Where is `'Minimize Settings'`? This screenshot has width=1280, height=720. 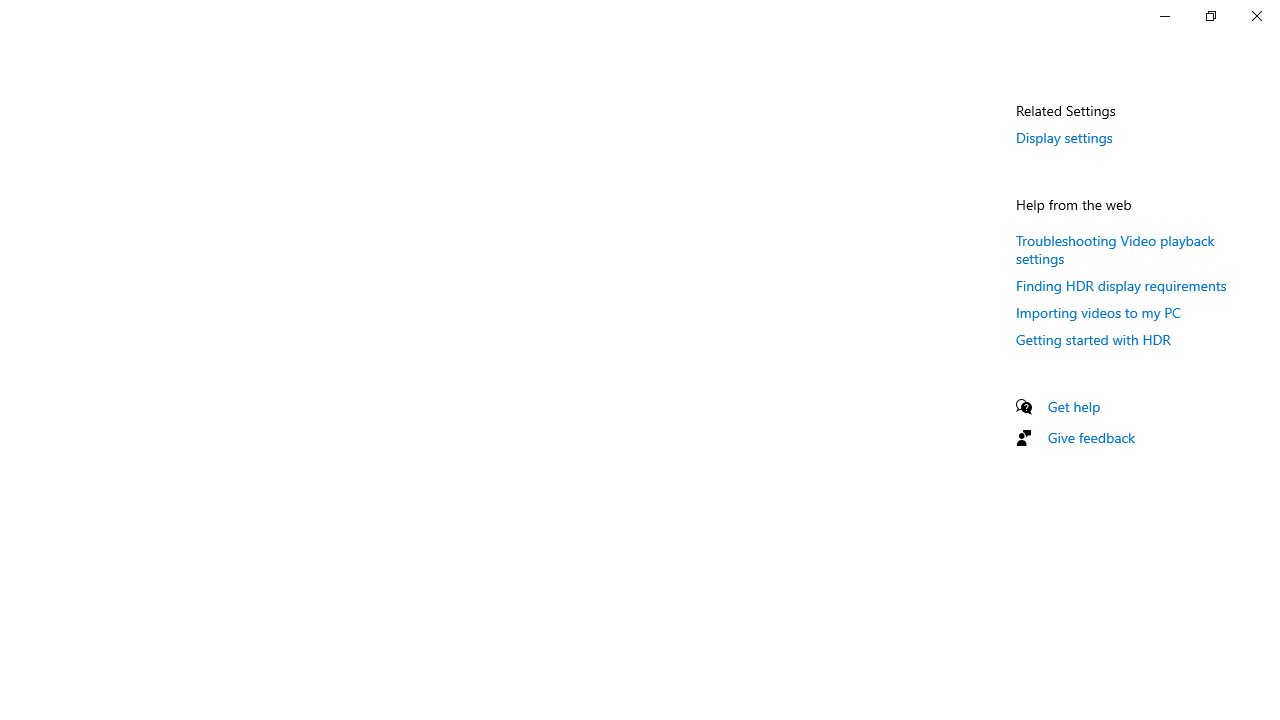 'Minimize Settings' is located at coordinates (1164, 15).